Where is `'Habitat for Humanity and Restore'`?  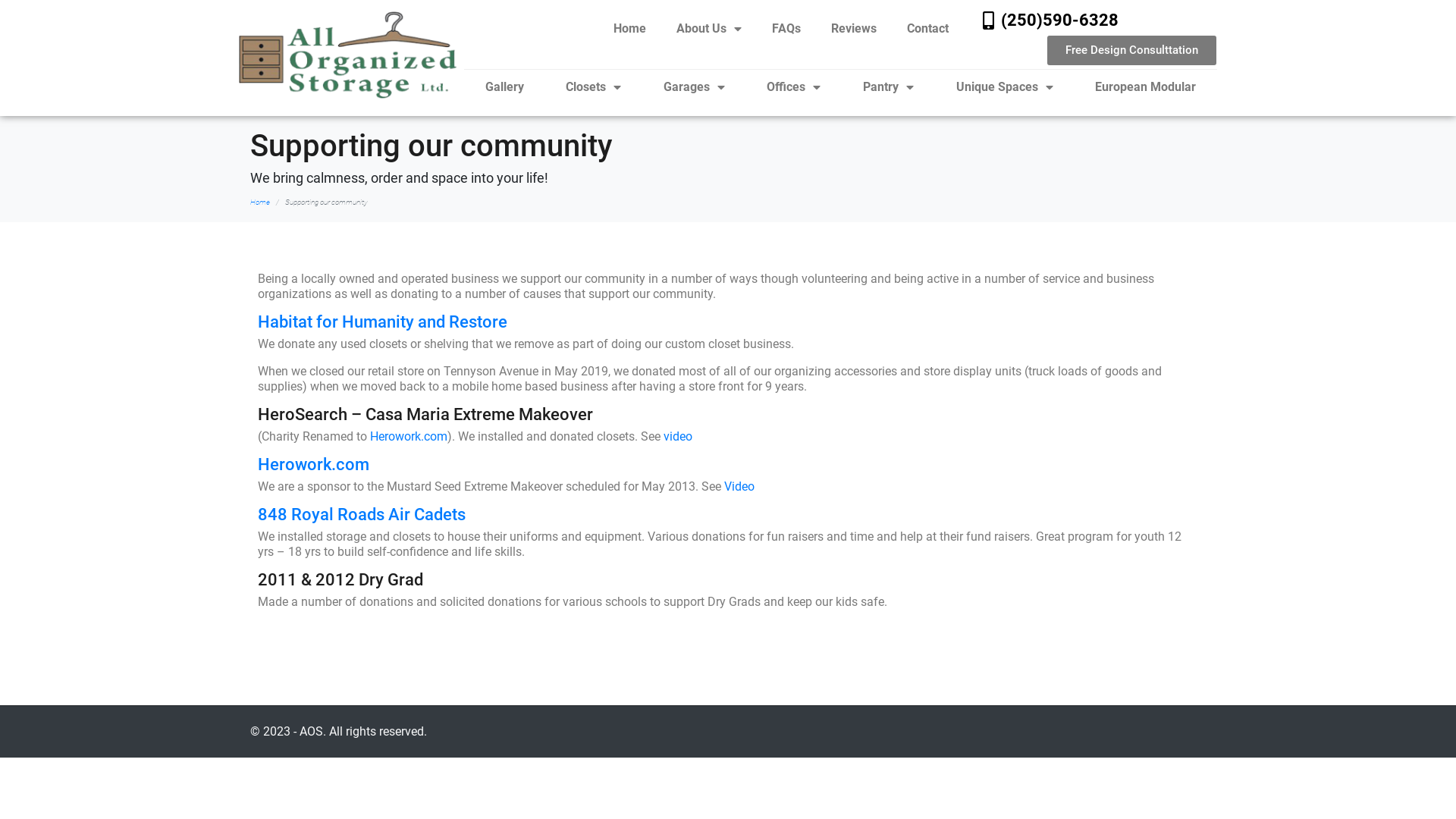
'Habitat for Humanity and Restore' is located at coordinates (258, 321).